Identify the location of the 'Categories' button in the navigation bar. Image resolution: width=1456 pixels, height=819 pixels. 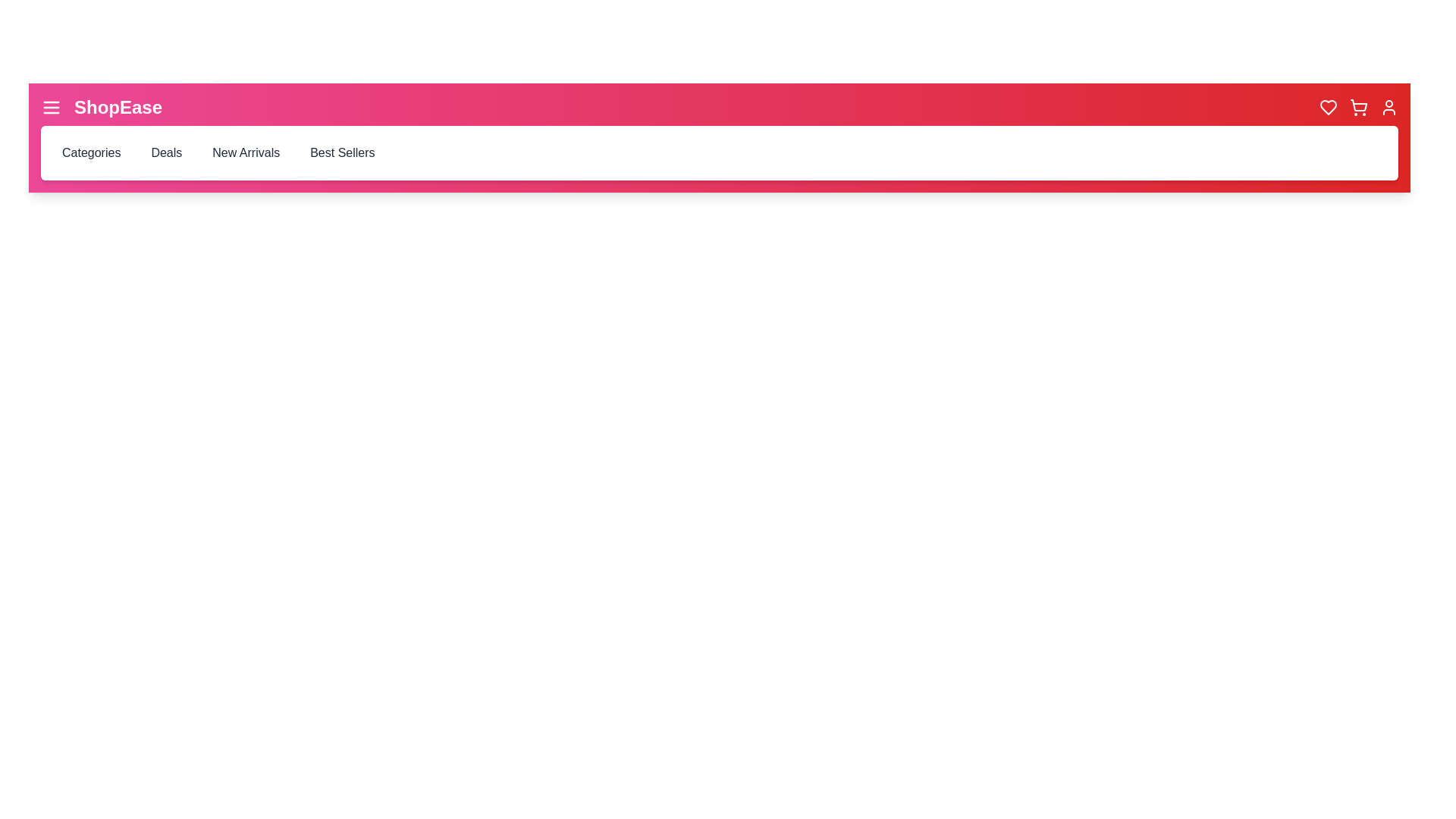
(90, 152).